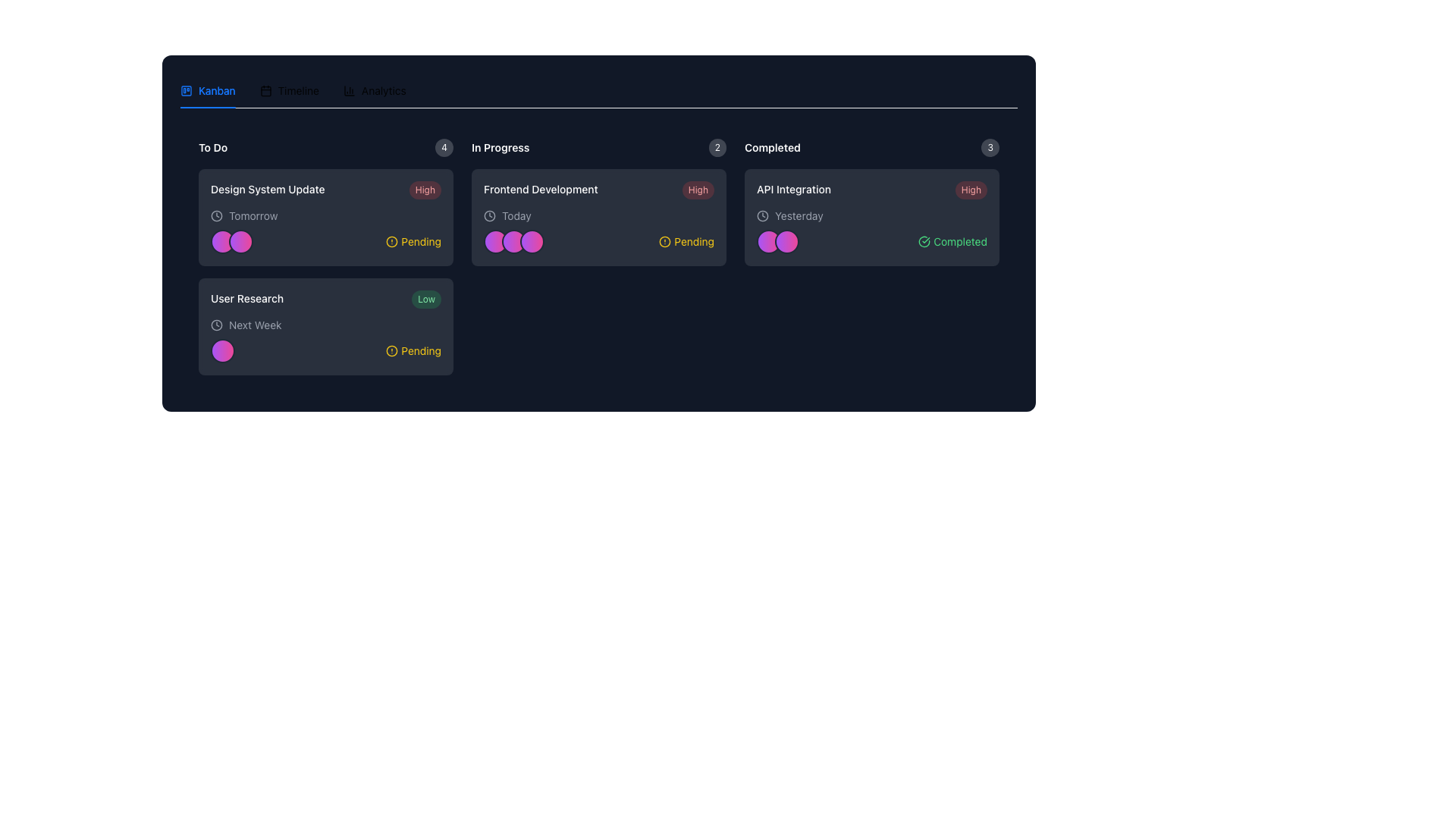 This screenshot has height=819, width=1456. I want to click on the 'User Research' Text label, which is displayed in a white medium-weight font against a dark background, located in the lower-left section of the 'To Do' column, so click(247, 298).